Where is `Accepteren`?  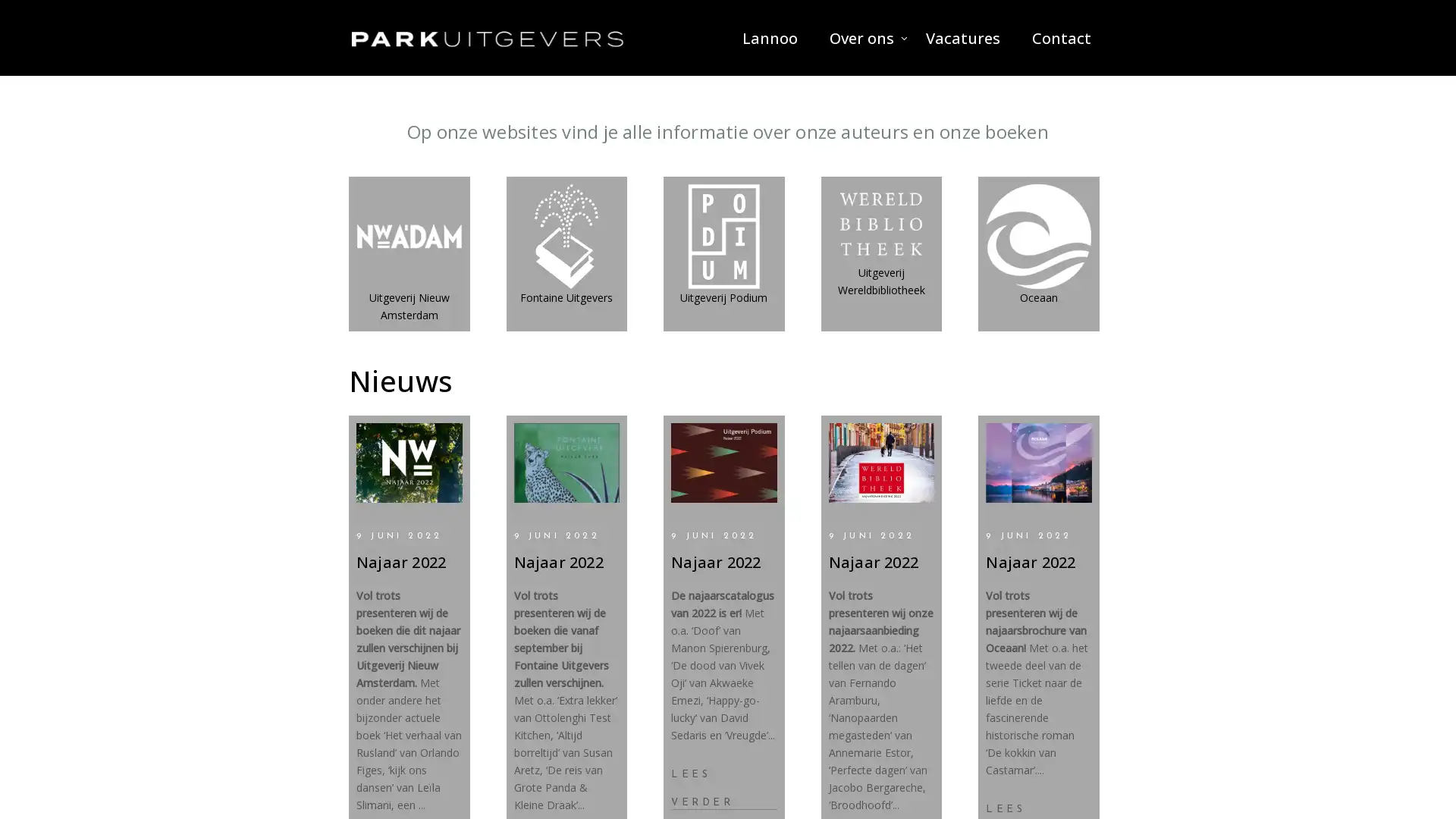 Accepteren is located at coordinates (600, 463).